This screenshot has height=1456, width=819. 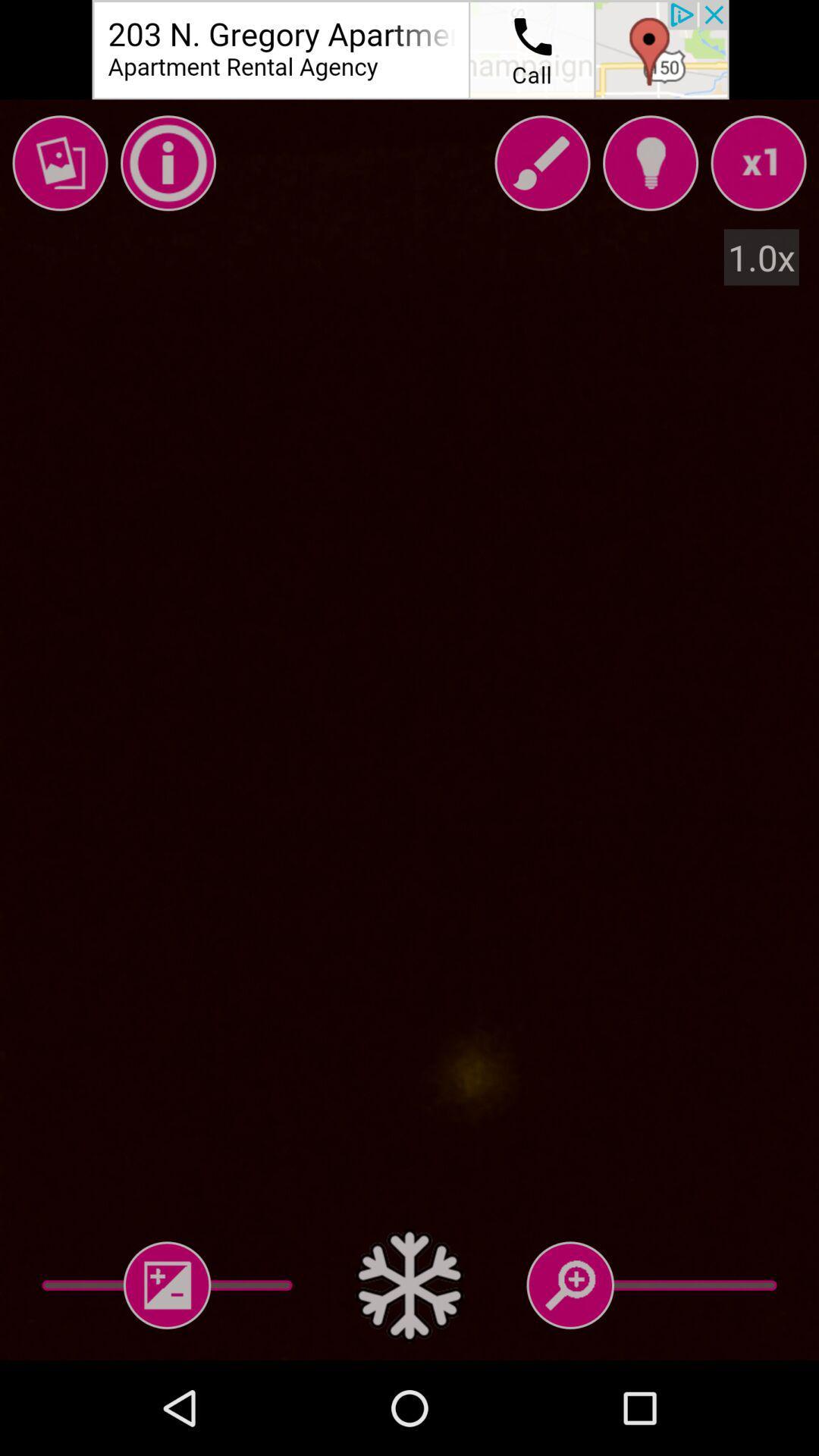 What do you see at coordinates (541, 163) in the screenshot?
I see `the edit icon` at bounding box center [541, 163].